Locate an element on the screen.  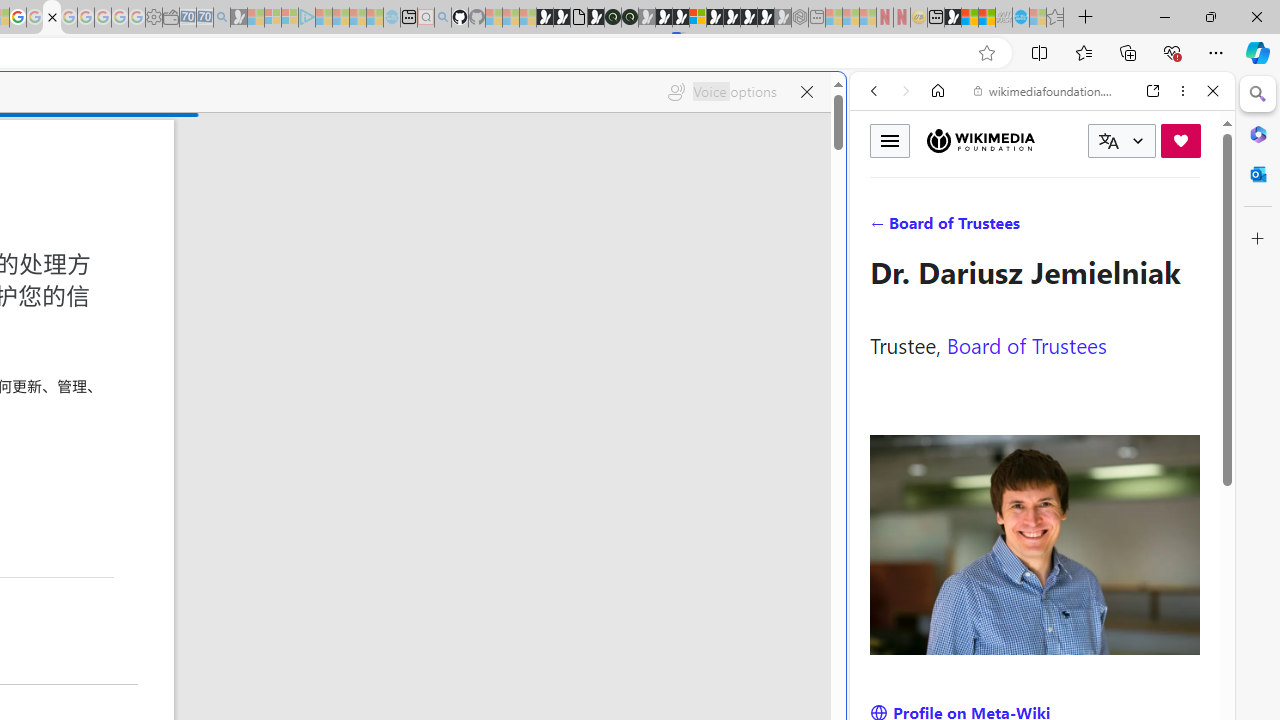
'Wikimedia Foundation' is located at coordinates (980, 140).